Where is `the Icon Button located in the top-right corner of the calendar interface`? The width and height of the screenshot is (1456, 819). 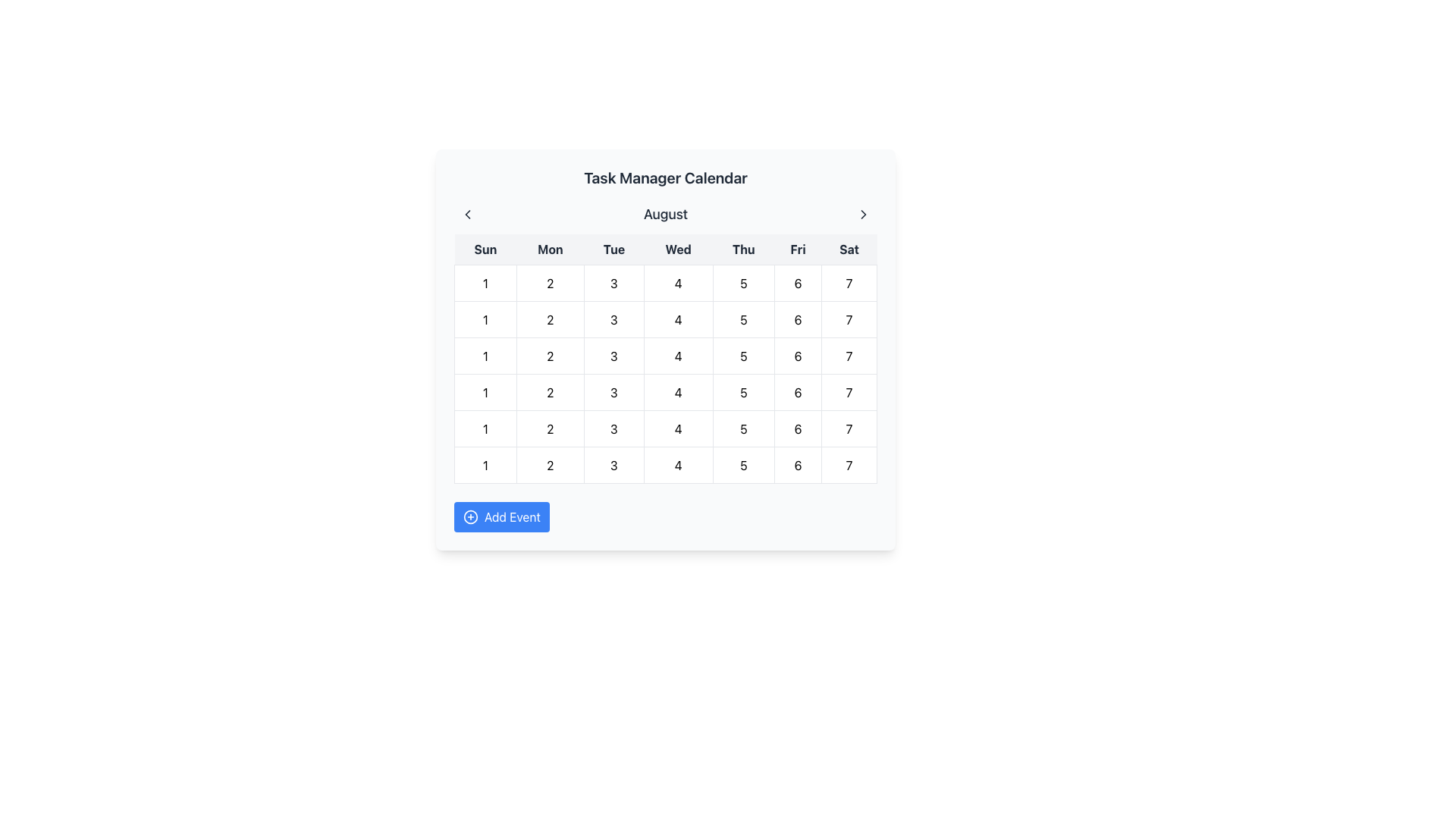
the Icon Button located in the top-right corner of the calendar interface is located at coordinates (863, 214).